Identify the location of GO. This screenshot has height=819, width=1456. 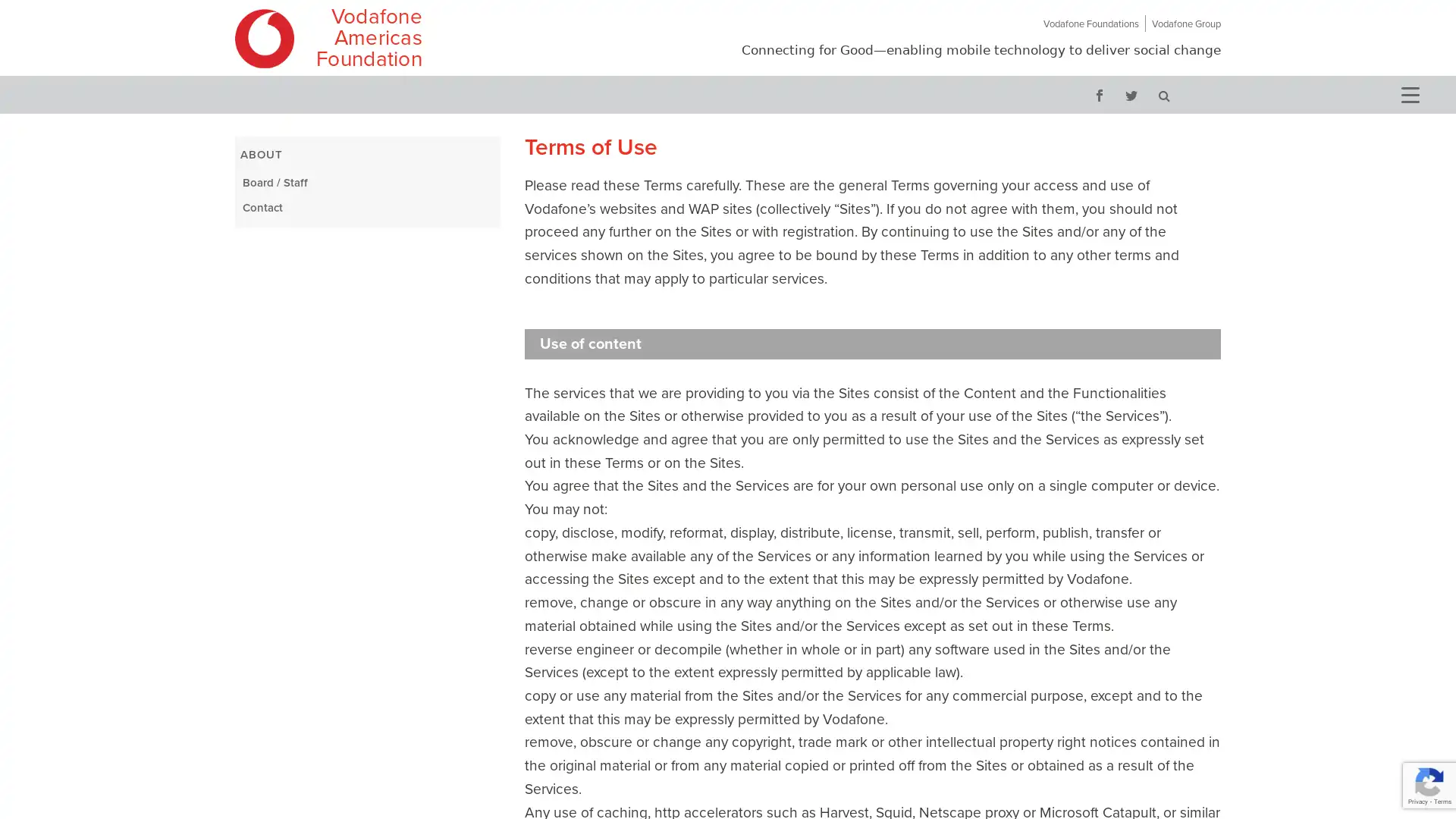
(1163, 94).